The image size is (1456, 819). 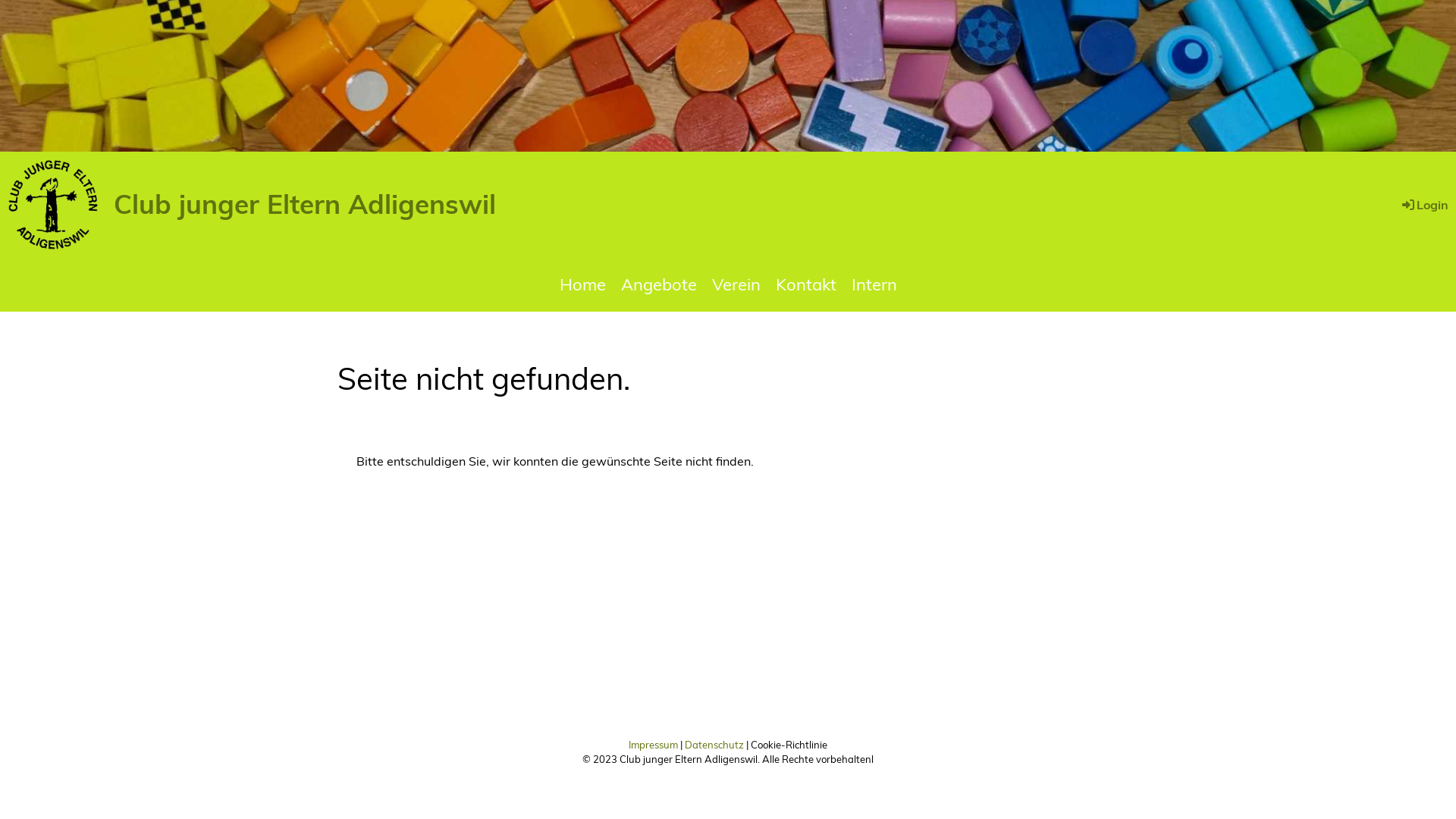 What do you see at coordinates (582, 284) in the screenshot?
I see `'Home'` at bounding box center [582, 284].